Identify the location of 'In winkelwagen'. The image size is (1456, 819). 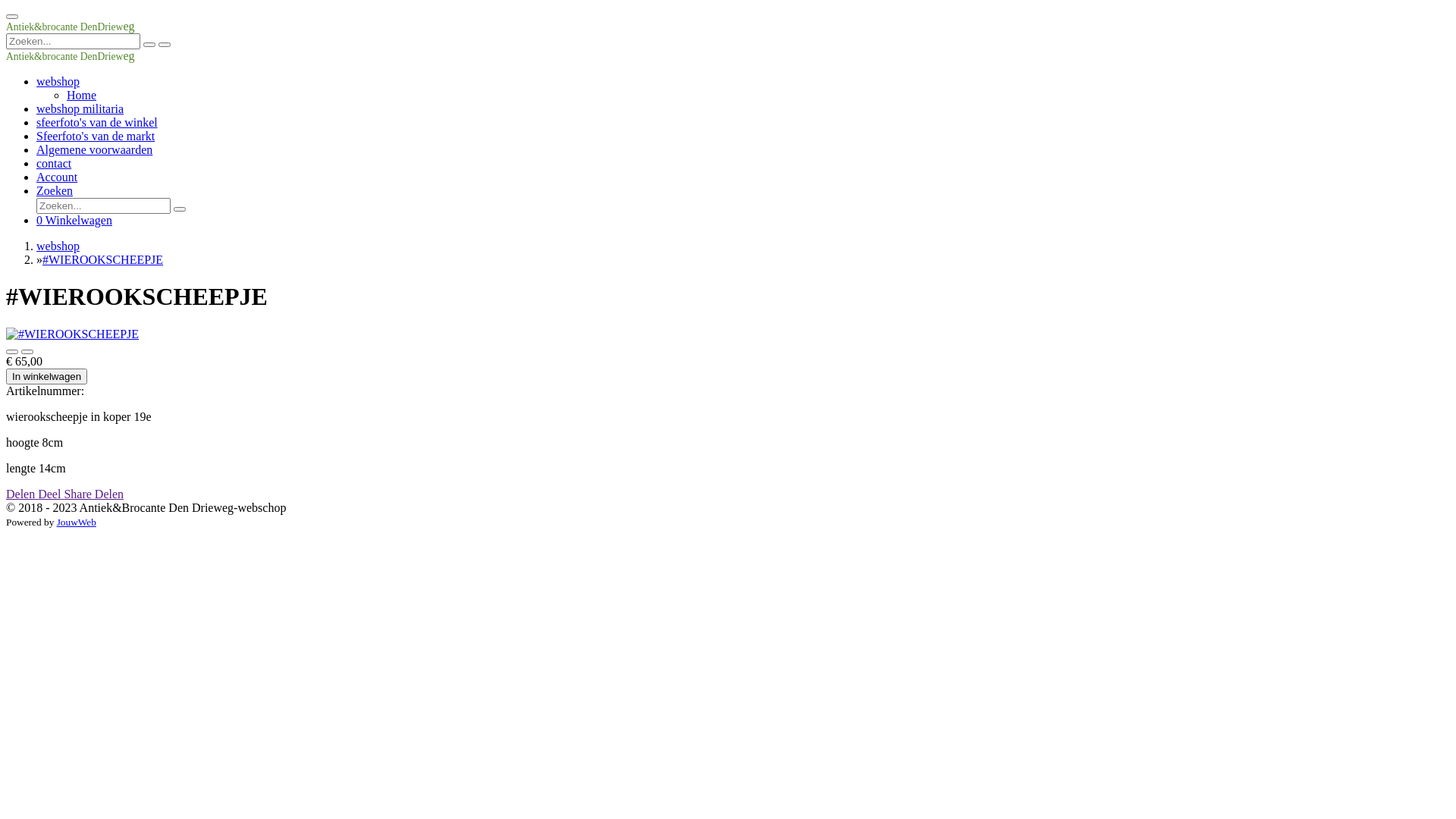
(46, 375).